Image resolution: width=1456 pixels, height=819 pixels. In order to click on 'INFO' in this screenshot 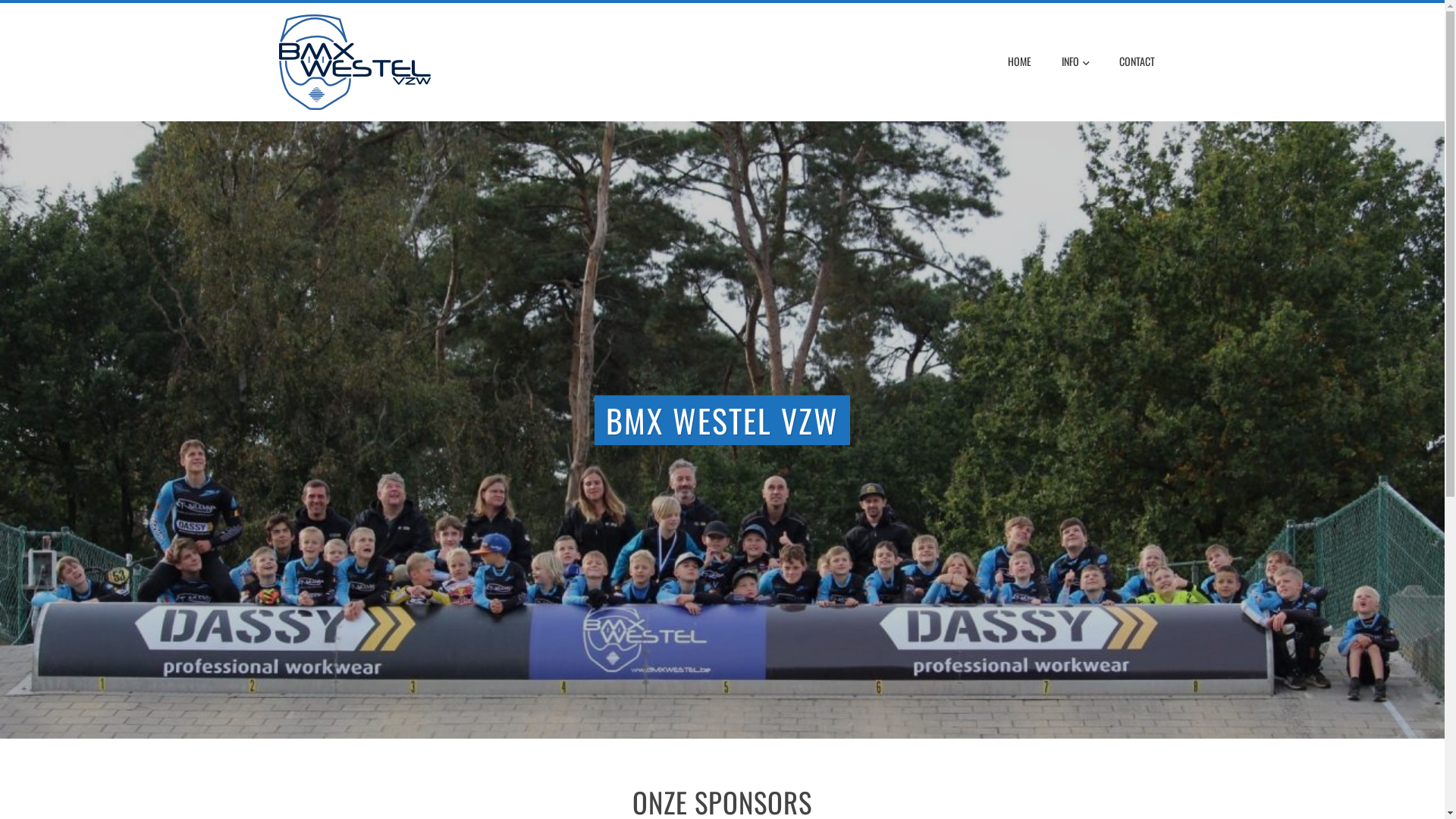, I will do `click(1073, 61)`.